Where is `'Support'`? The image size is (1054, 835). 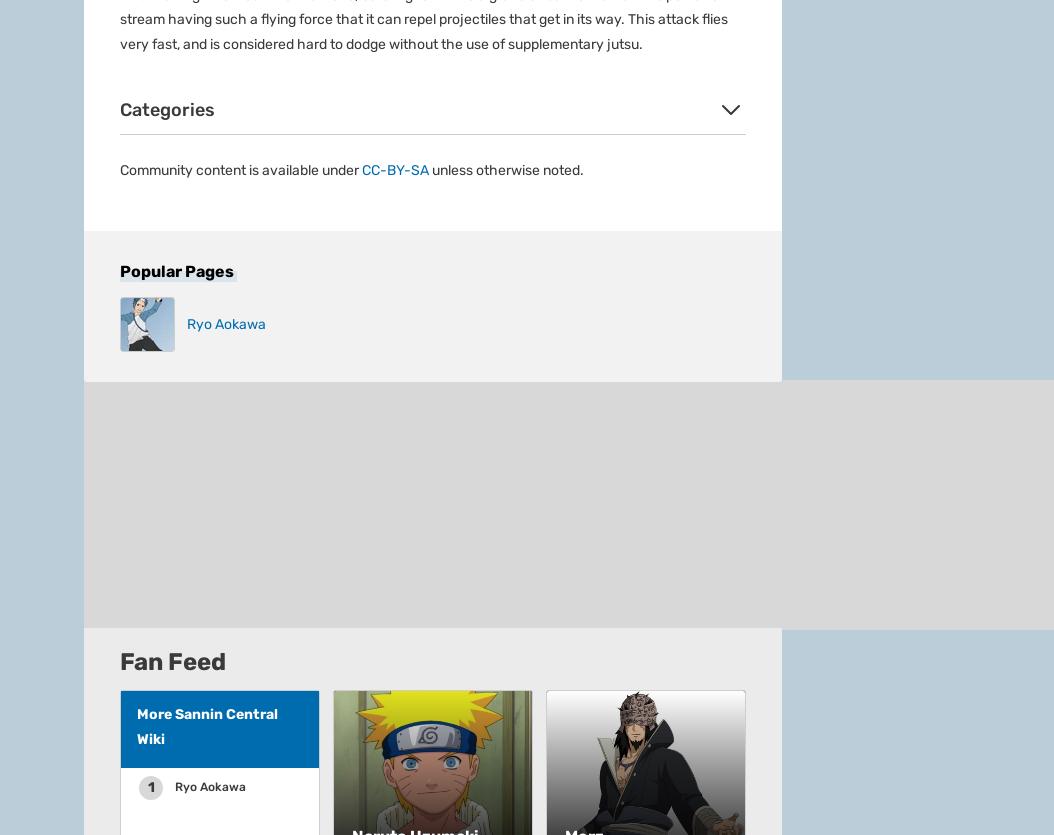 'Support' is located at coordinates (109, 98).